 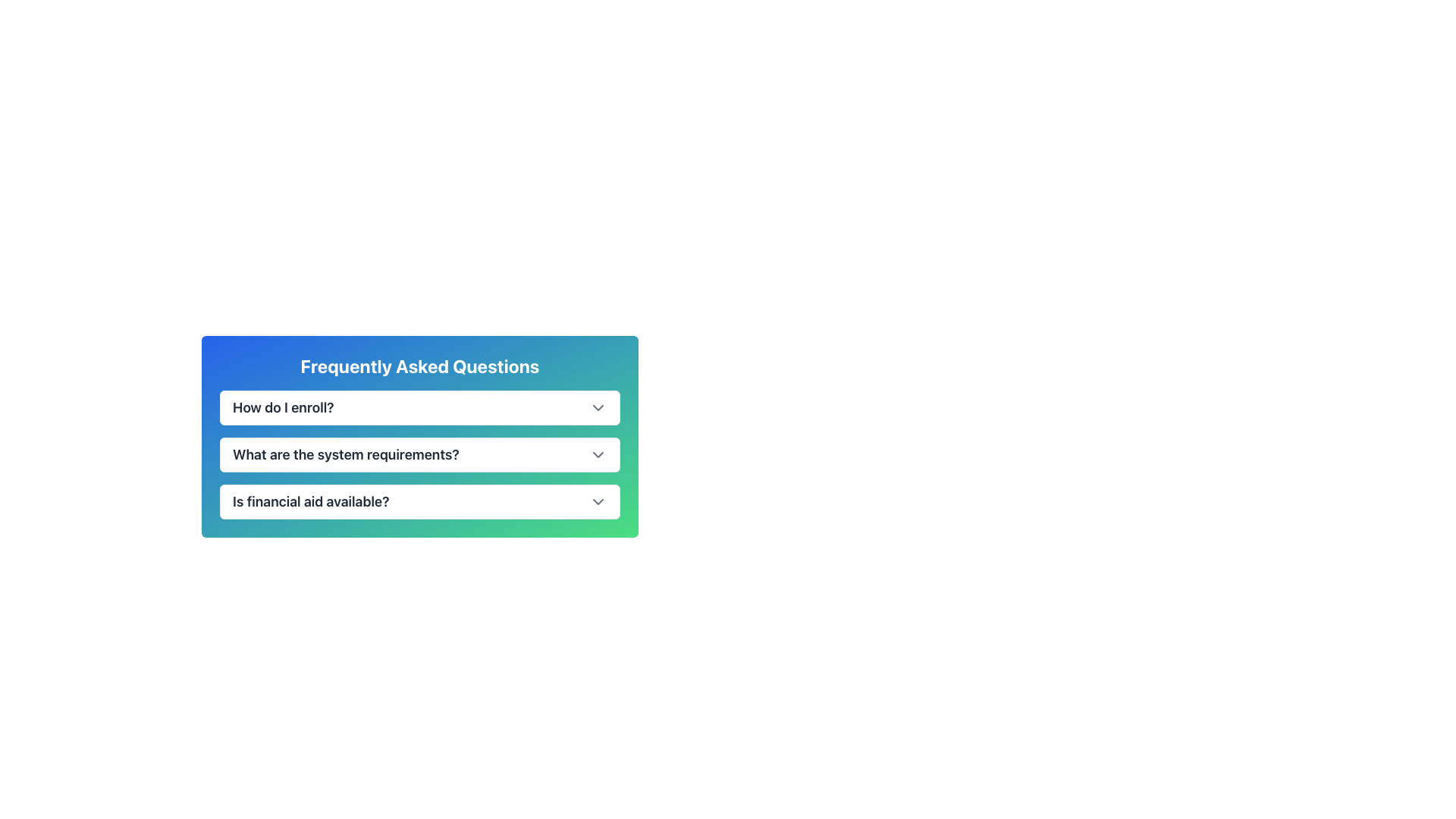 I want to click on text displaying the question 'Is financial aid available?' which is styled in bold and large font, located at the bottom of the Frequently Asked Questions list, so click(x=310, y=502).